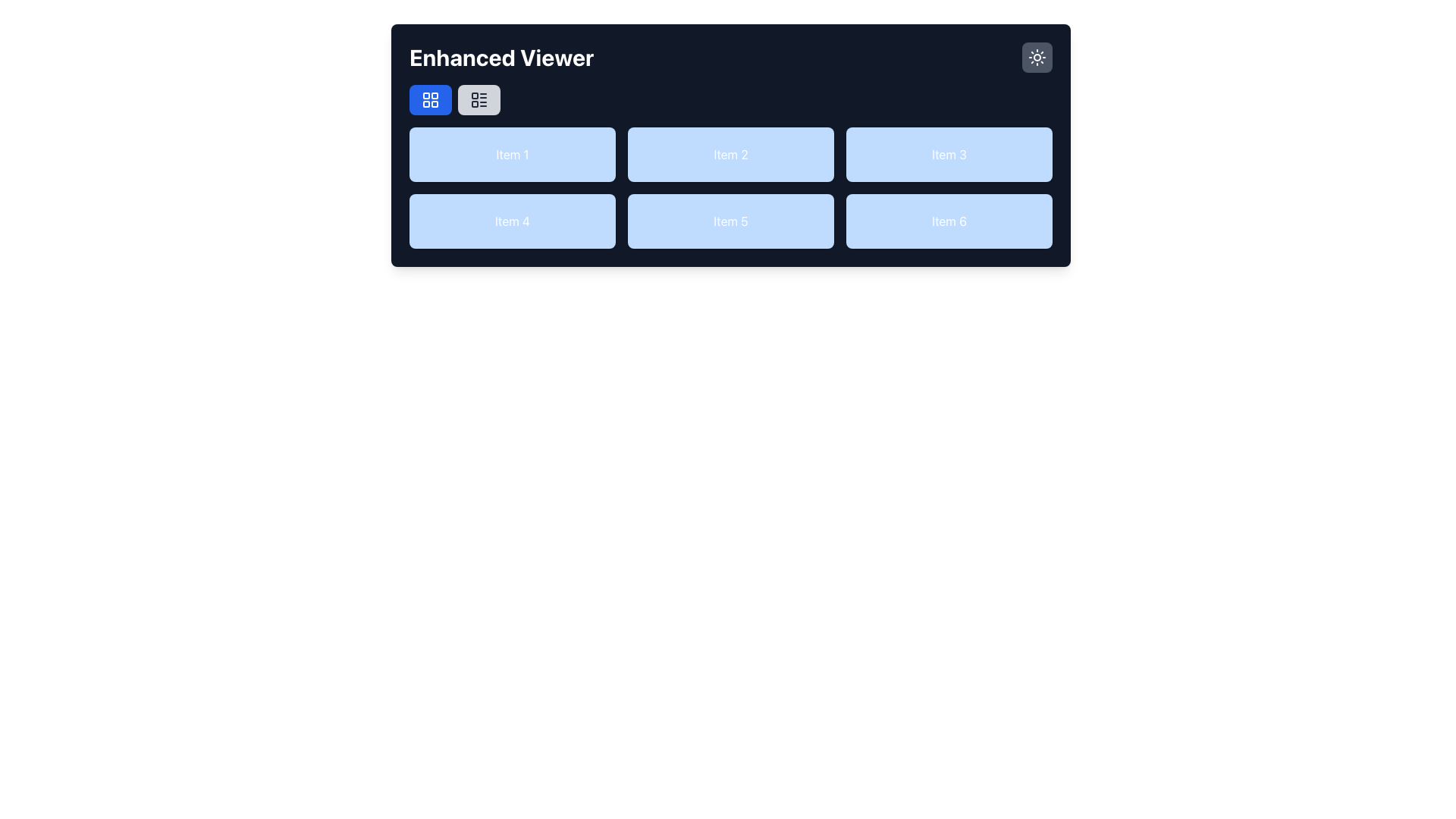 The width and height of the screenshot is (1456, 819). Describe the element at coordinates (479, 99) in the screenshot. I see `the rectangular button with rounded corners and a gray background that contains a list layout icon, located in the toolbar section at the top of the interface` at that location.